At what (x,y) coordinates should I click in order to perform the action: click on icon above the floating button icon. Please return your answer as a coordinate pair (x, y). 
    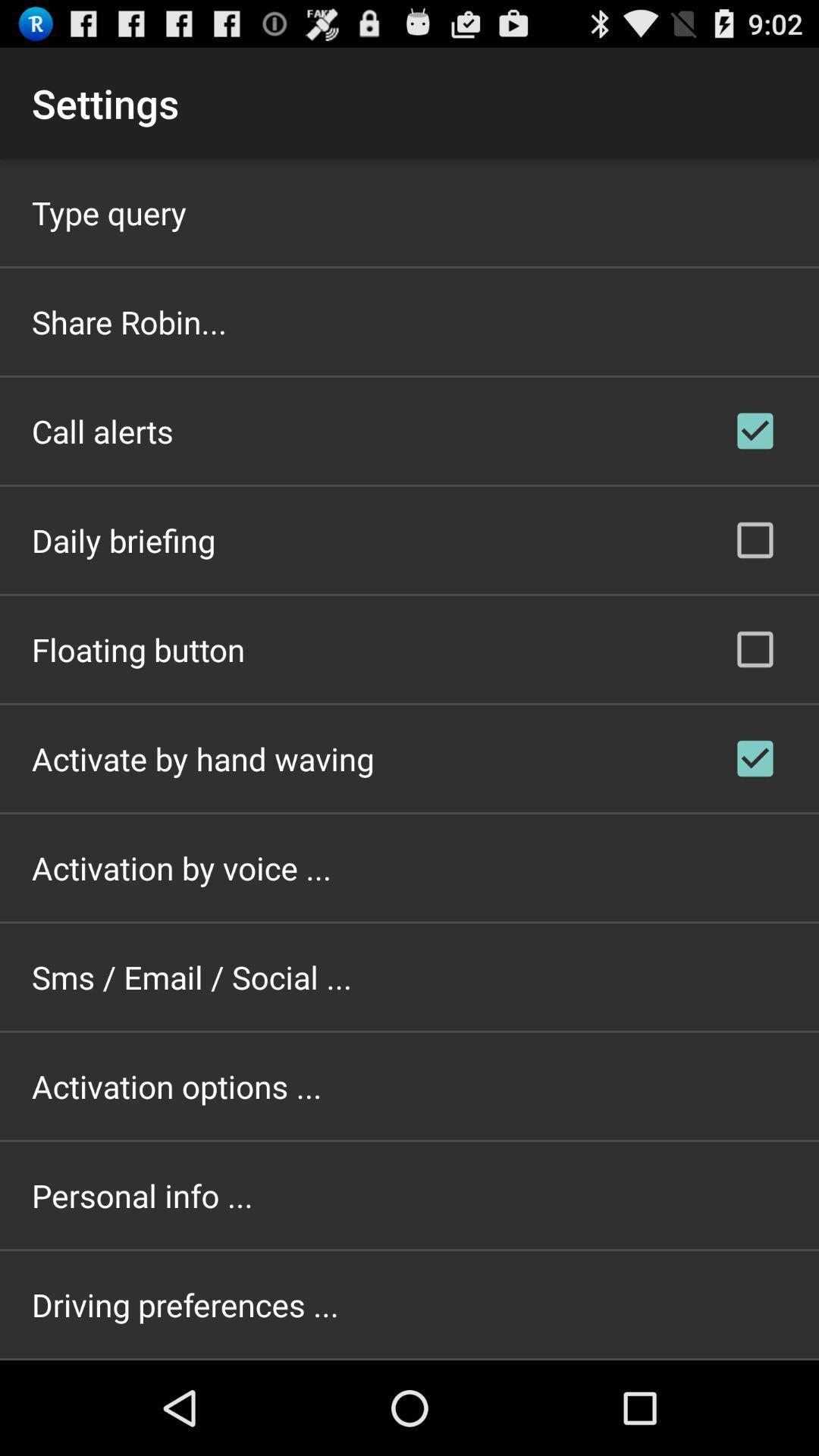
    Looking at the image, I should click on (123, 540).